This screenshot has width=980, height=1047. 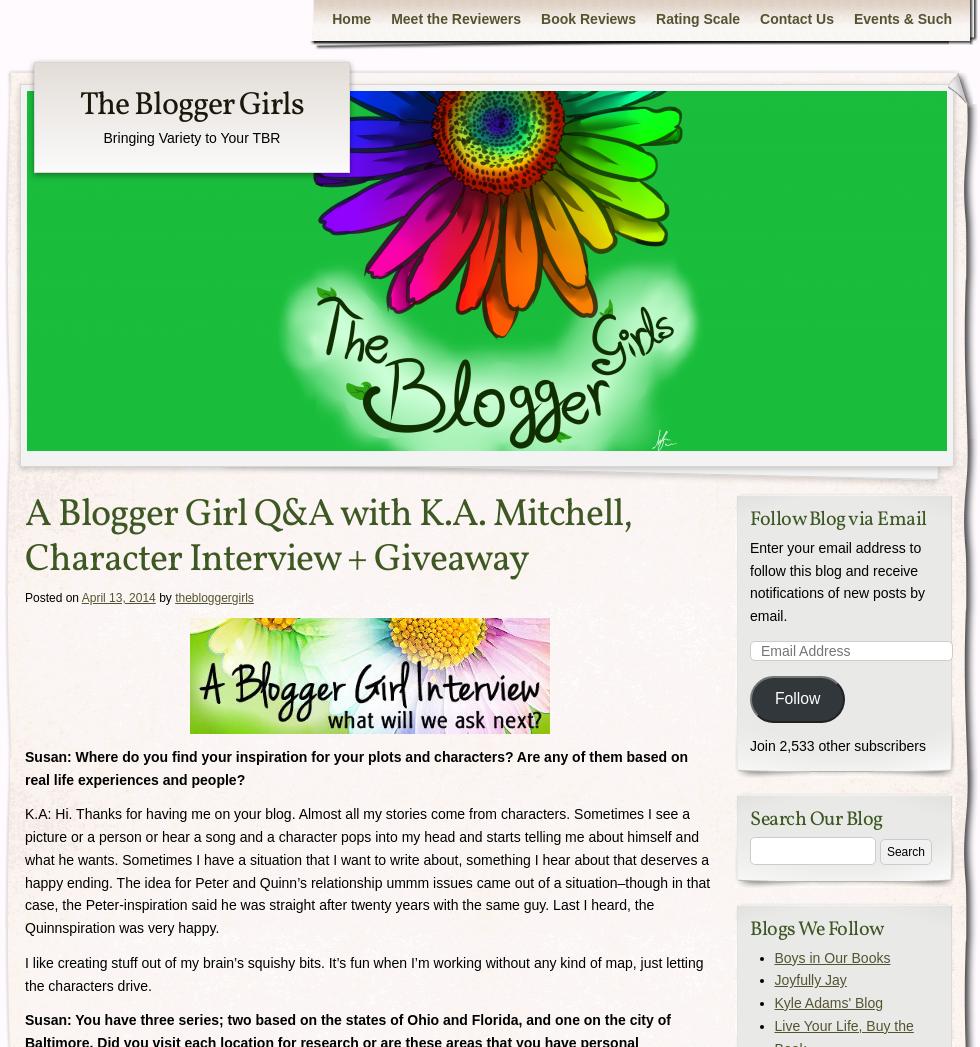 I want to click on 'Follow Blog via Email', so click(x=837, y=517).